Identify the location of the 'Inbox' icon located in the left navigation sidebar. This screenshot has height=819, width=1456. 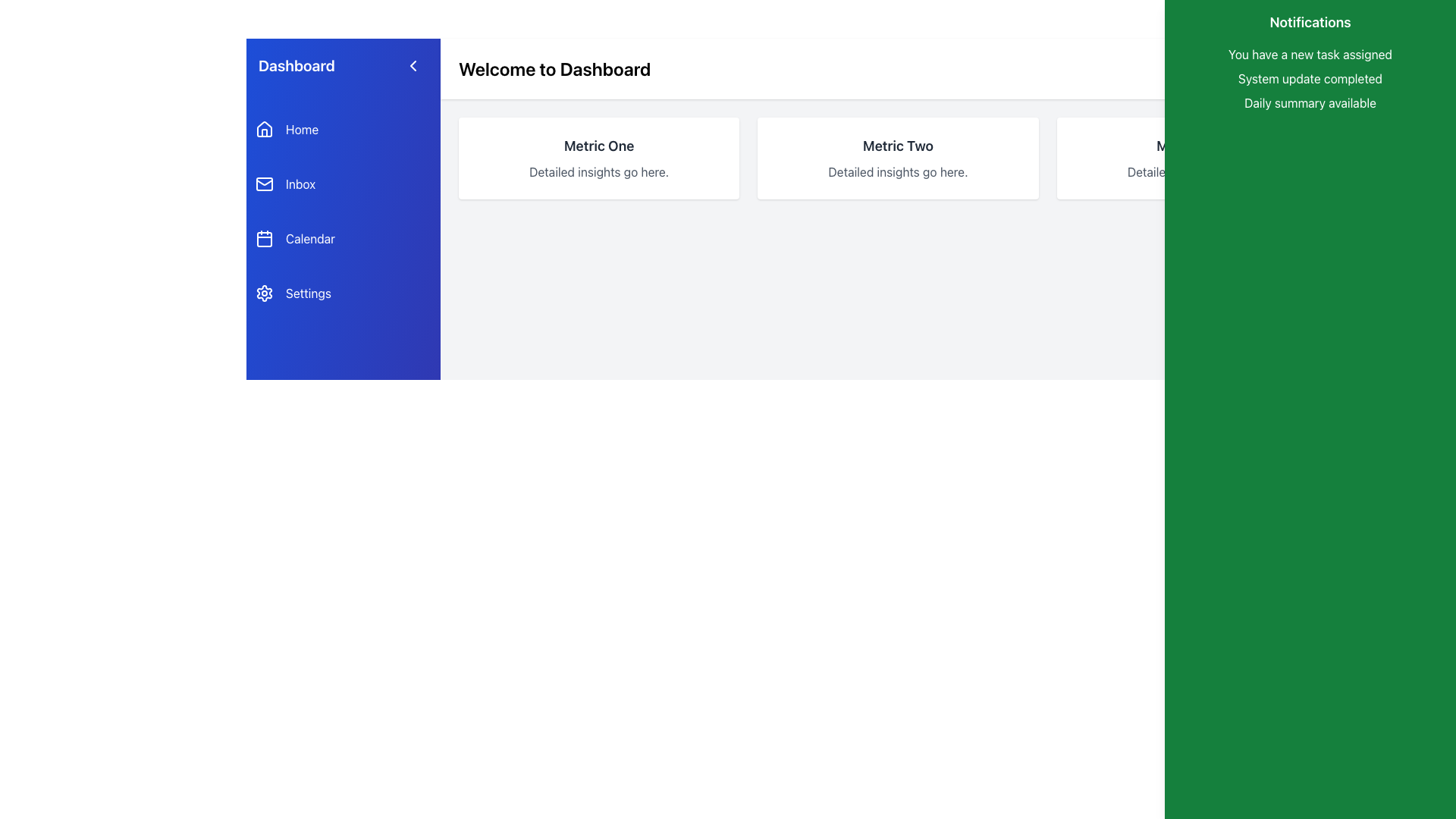
(265, 184).